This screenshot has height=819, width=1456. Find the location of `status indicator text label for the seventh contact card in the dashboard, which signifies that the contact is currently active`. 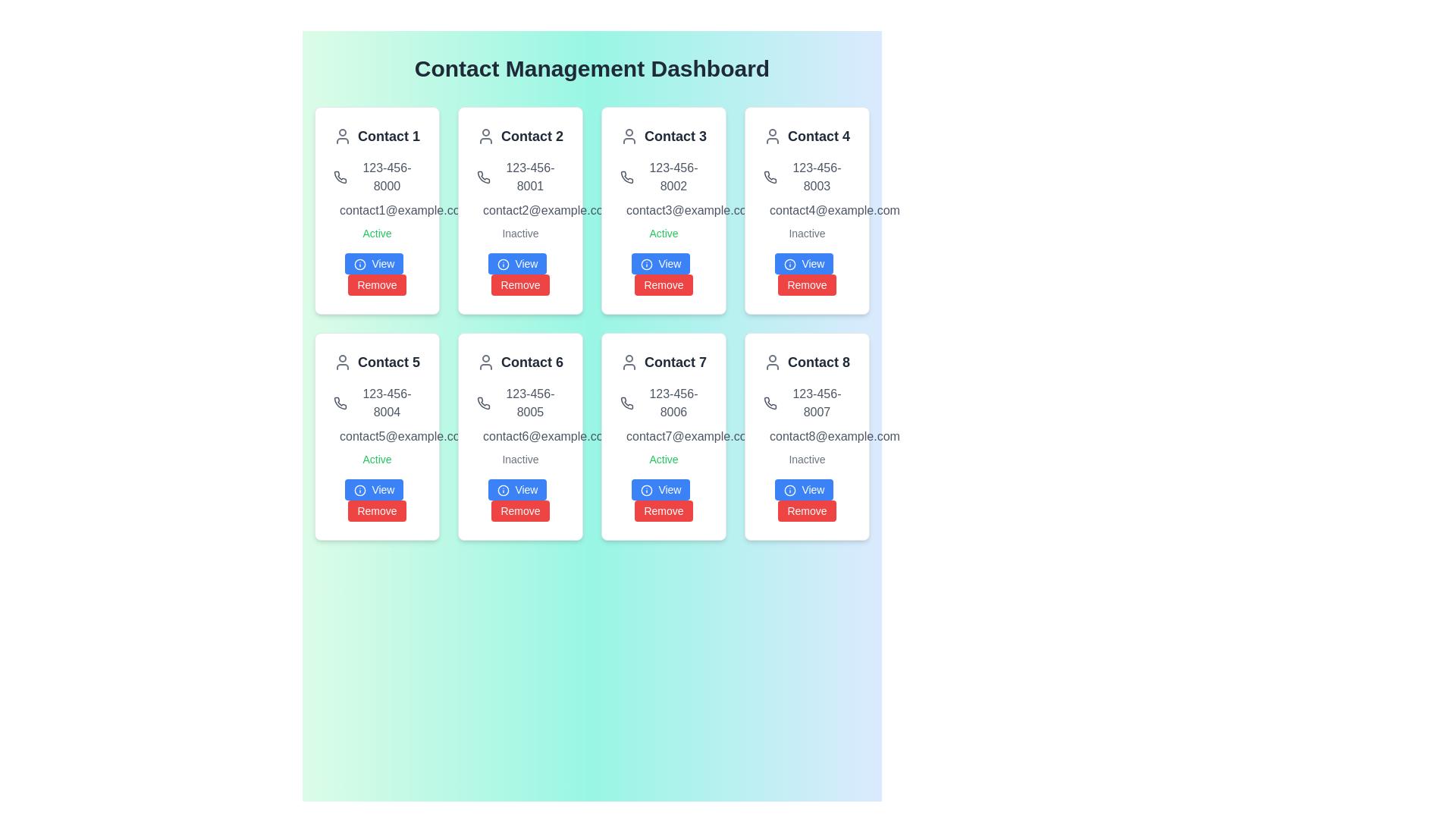

status indicator text label for the seventh contact card in the dashboard, which signifies that the contact is currently active is located at coordinates (664, 458).